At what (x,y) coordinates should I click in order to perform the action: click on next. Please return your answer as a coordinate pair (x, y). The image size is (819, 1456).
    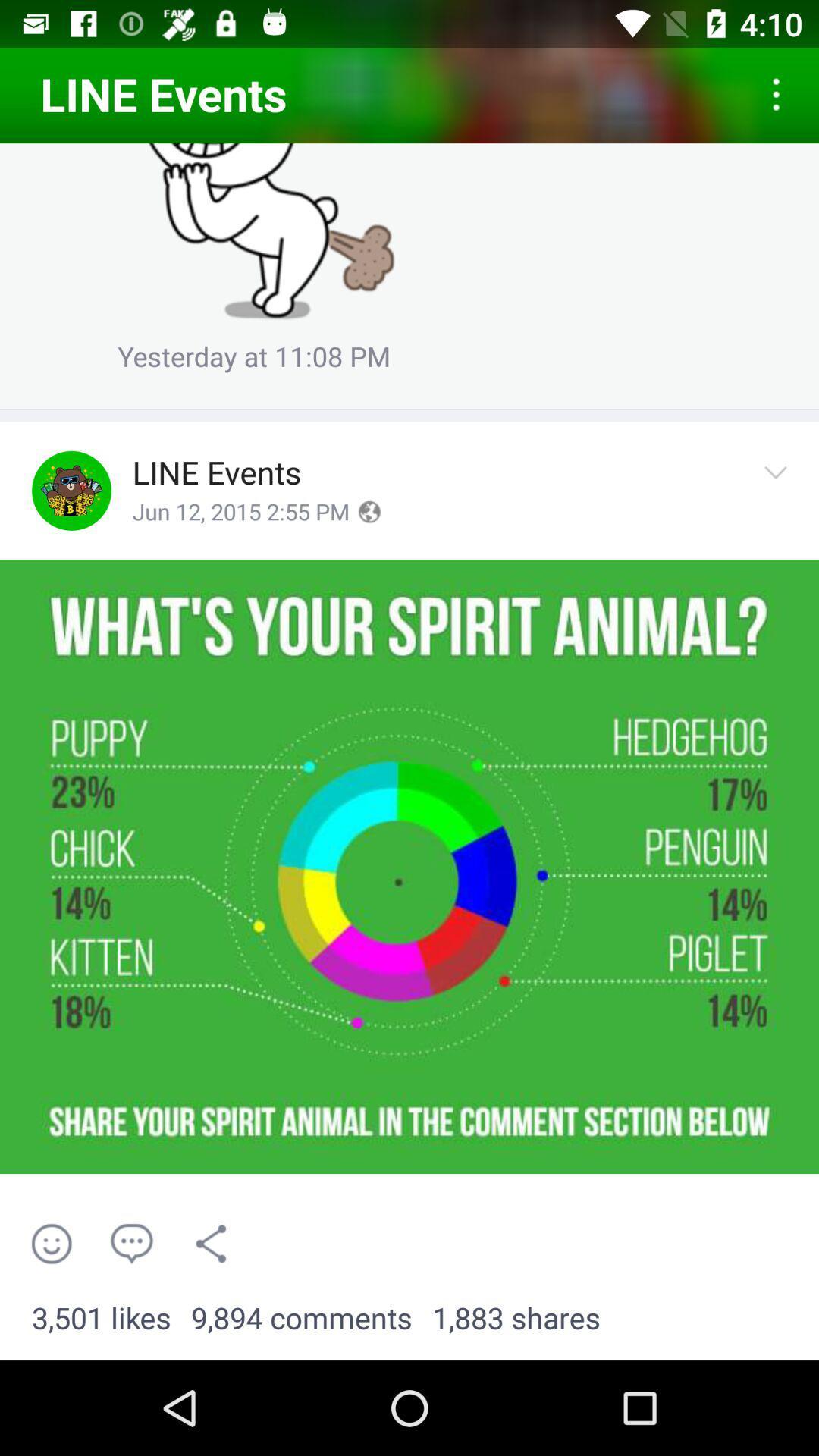
    Looking at the image, I should click on (780, 491).